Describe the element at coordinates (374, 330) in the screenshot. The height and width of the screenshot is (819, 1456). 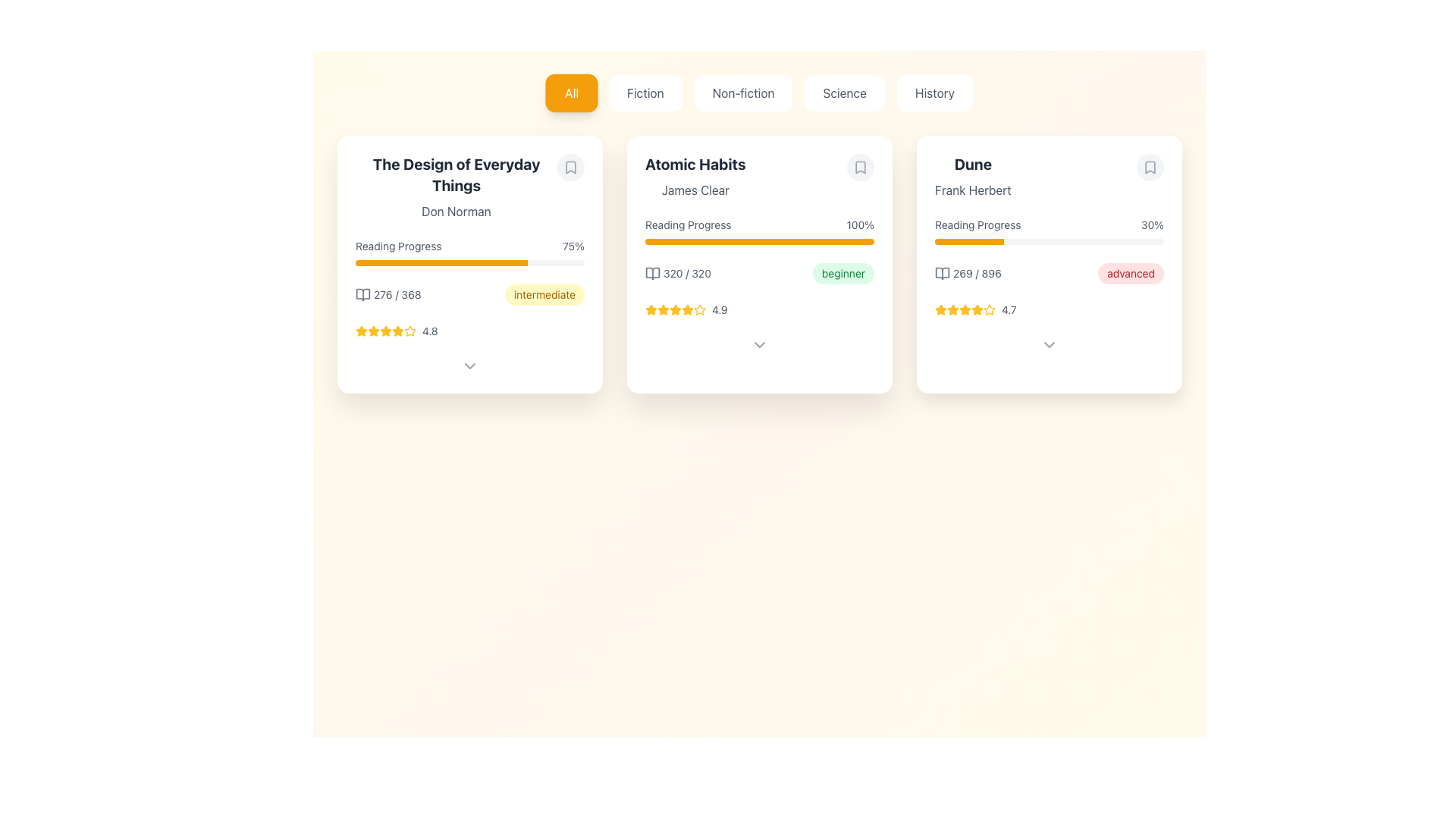
I see `the third star icon in the star rating system for 'The Design of Everyday Things' located at the bottom left corner of the card` at that location.